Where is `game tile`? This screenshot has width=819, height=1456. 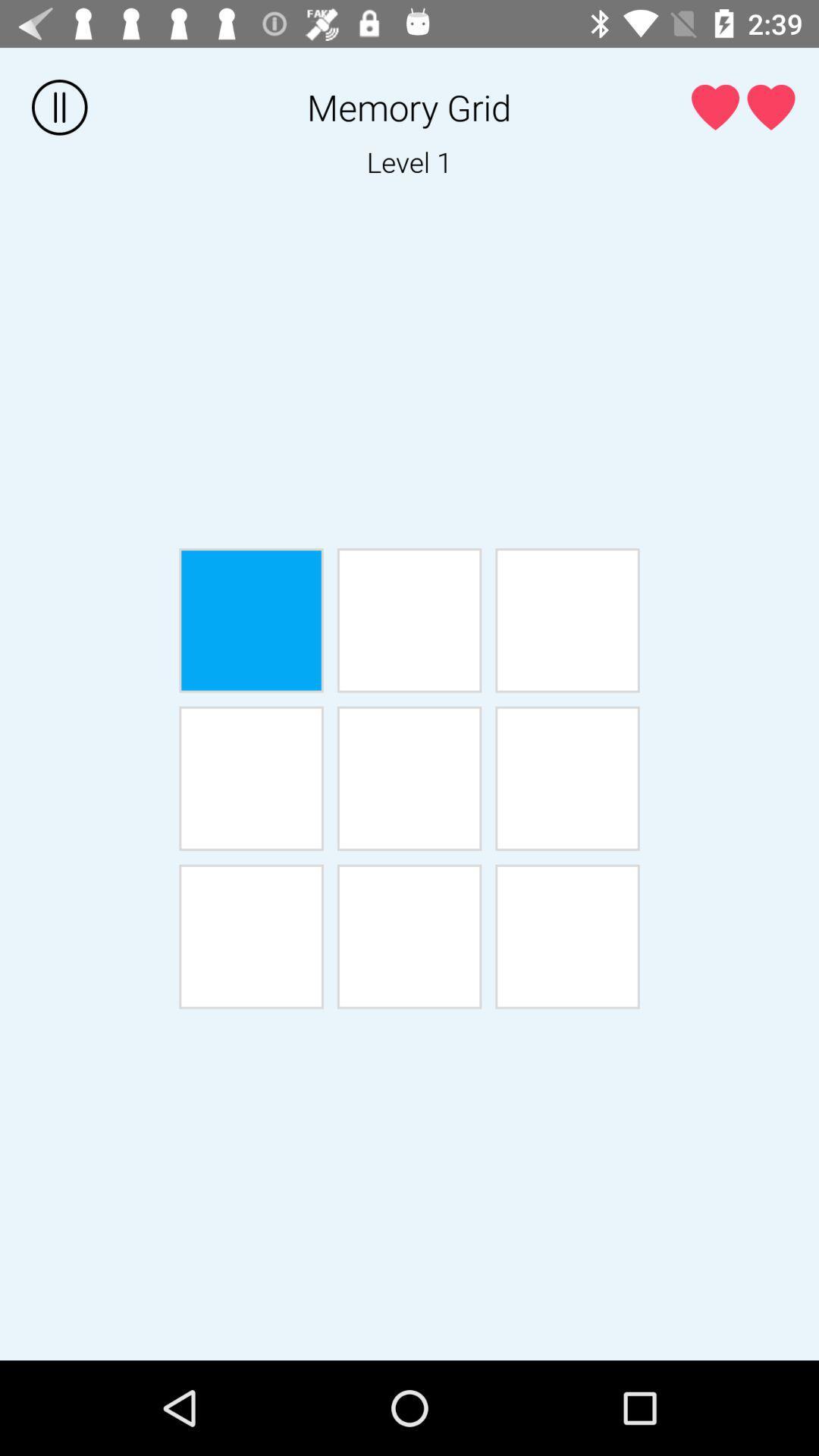 game tile is located at coordinates (567, 620).